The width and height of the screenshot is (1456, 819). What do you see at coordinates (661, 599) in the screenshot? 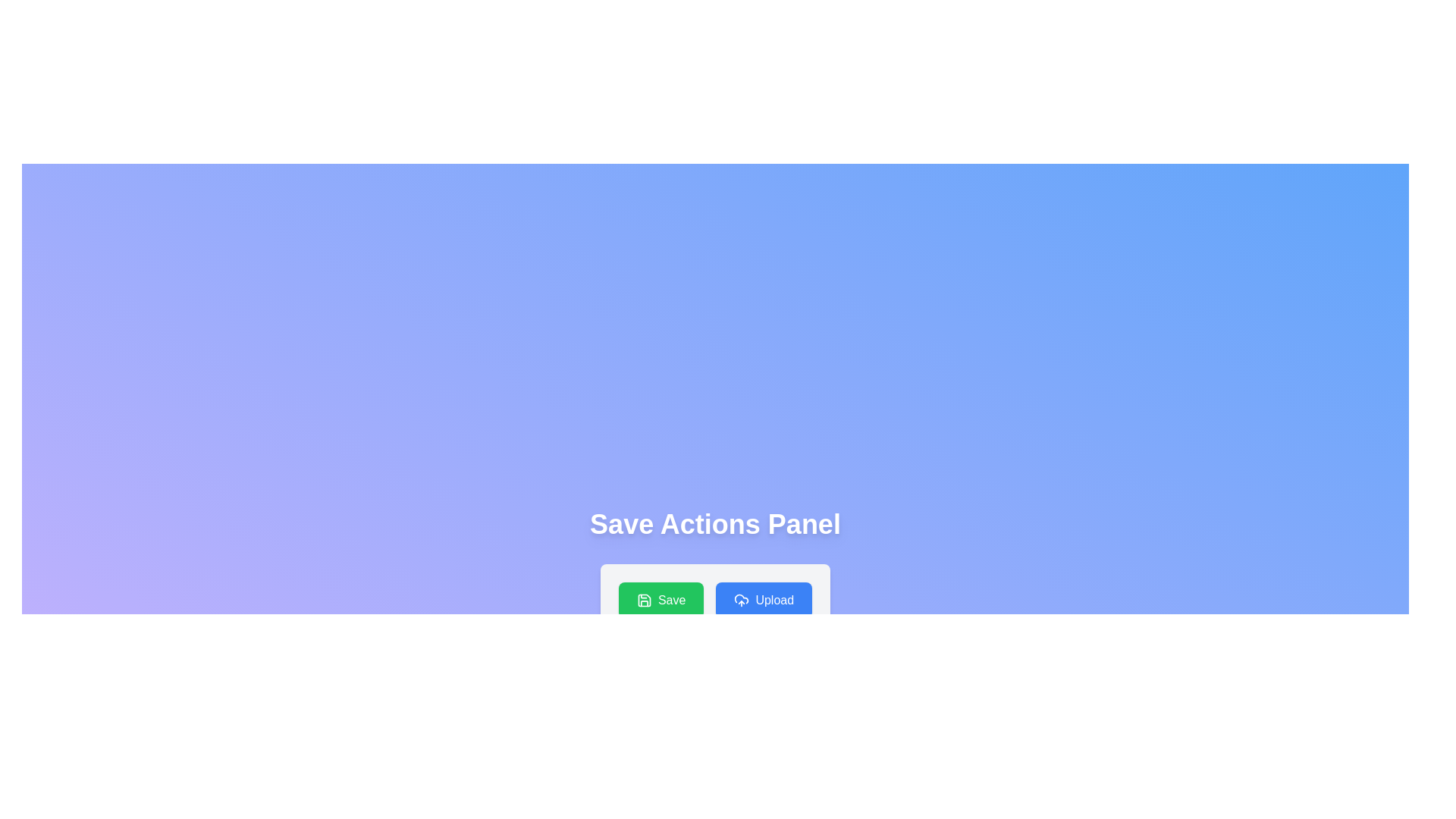
I see `the green 'Save' button with a white save icon, located in the 'Save Actions Panel'` at bounding box center [661, 599].